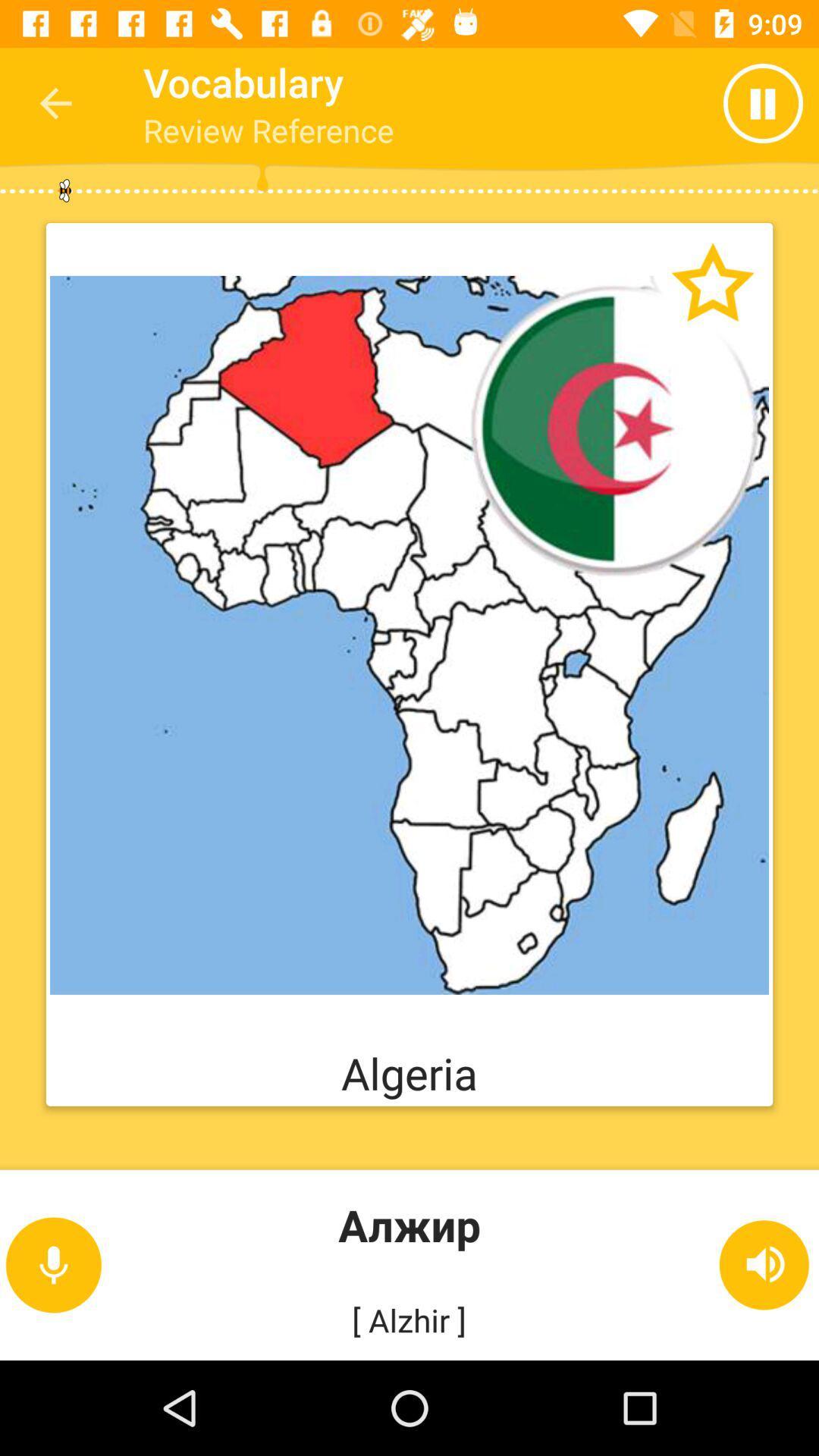  What do you see at coordinates (52, 1265) in the screenshot?
I see `the microphone icon` at bounding box center [52, 1265].